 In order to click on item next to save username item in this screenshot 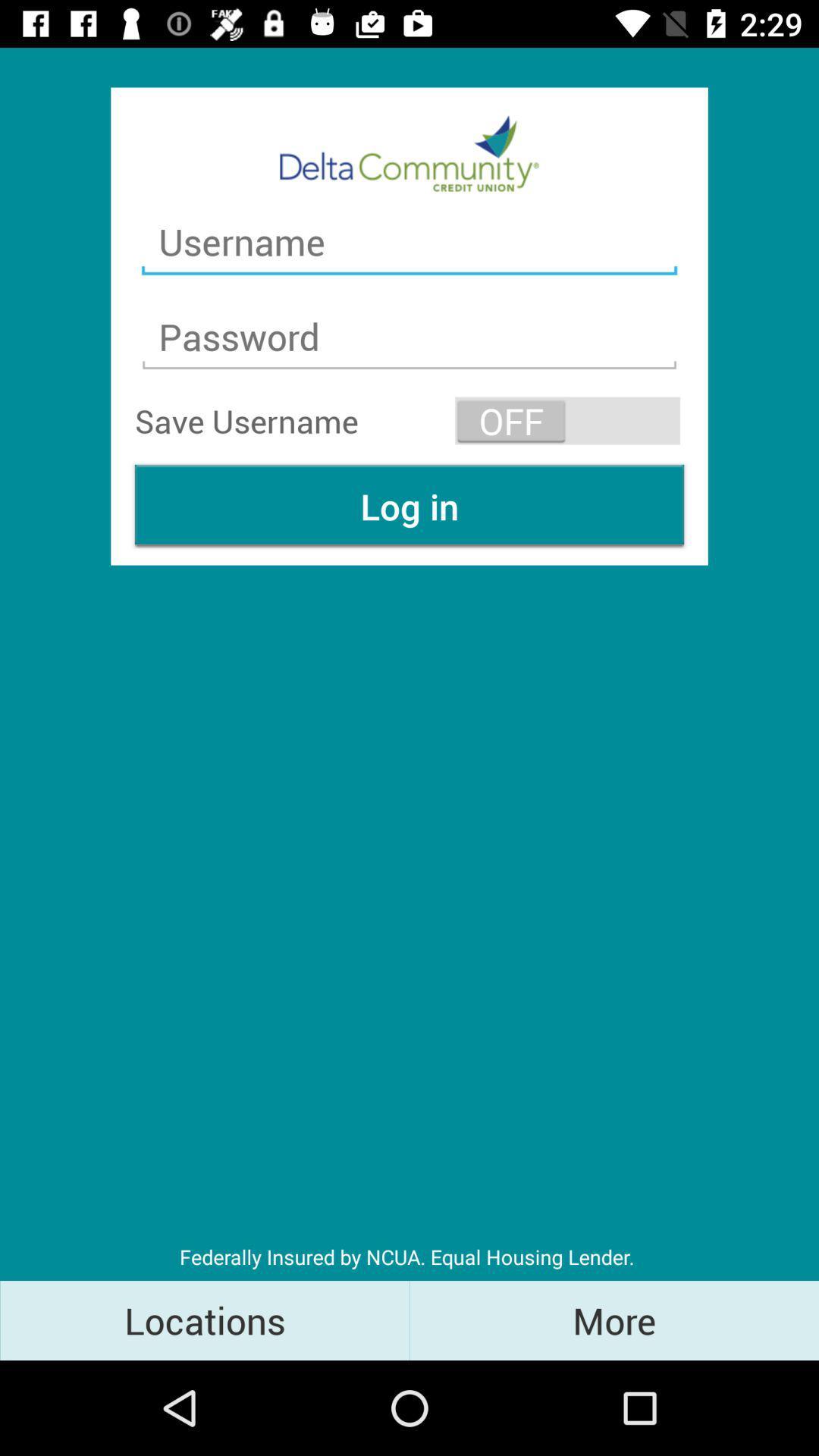, I will do `click(567, 421)`.